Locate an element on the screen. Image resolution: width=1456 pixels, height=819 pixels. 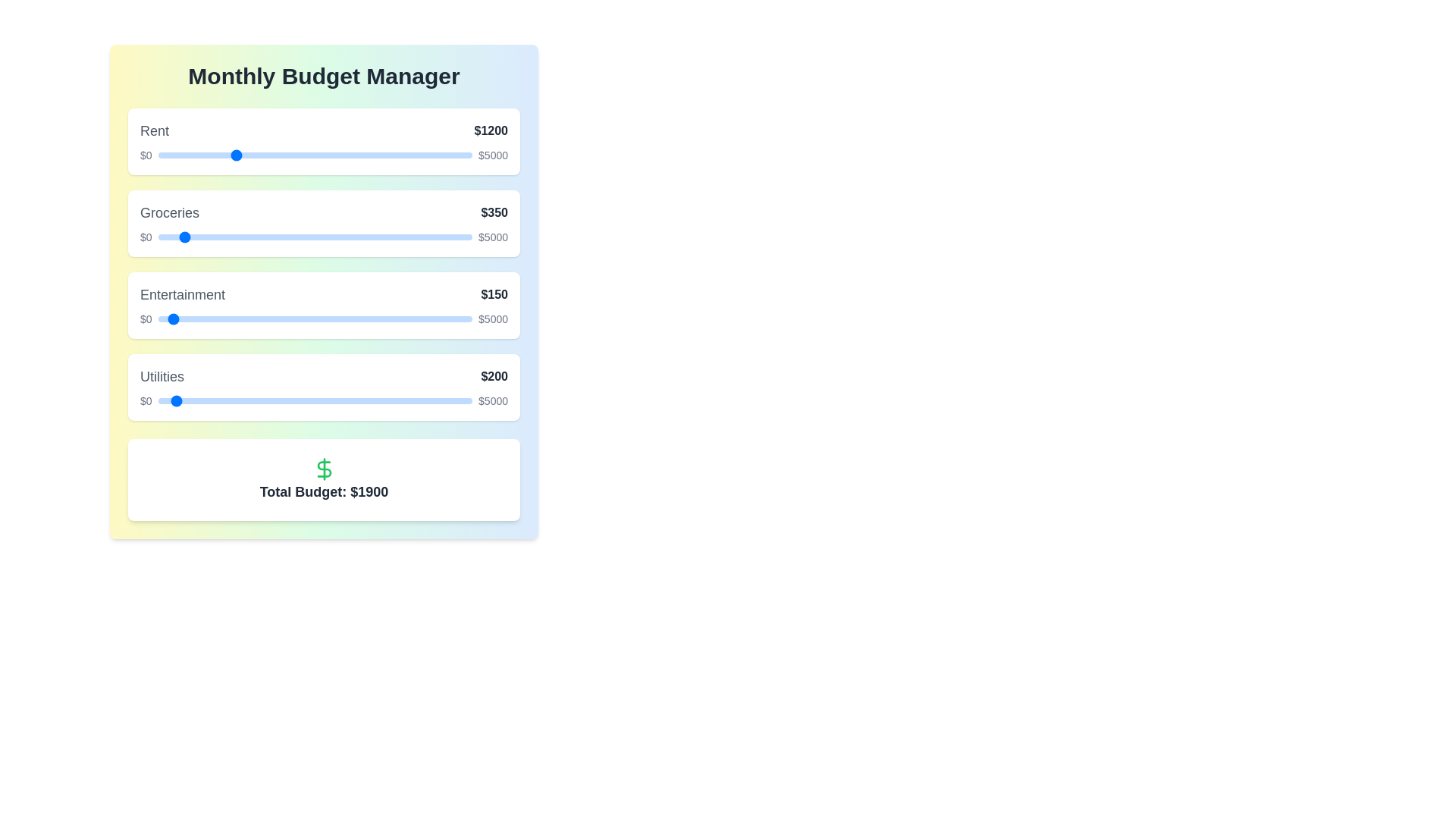
the groceries budget slider is located at coordinates (387, 237).